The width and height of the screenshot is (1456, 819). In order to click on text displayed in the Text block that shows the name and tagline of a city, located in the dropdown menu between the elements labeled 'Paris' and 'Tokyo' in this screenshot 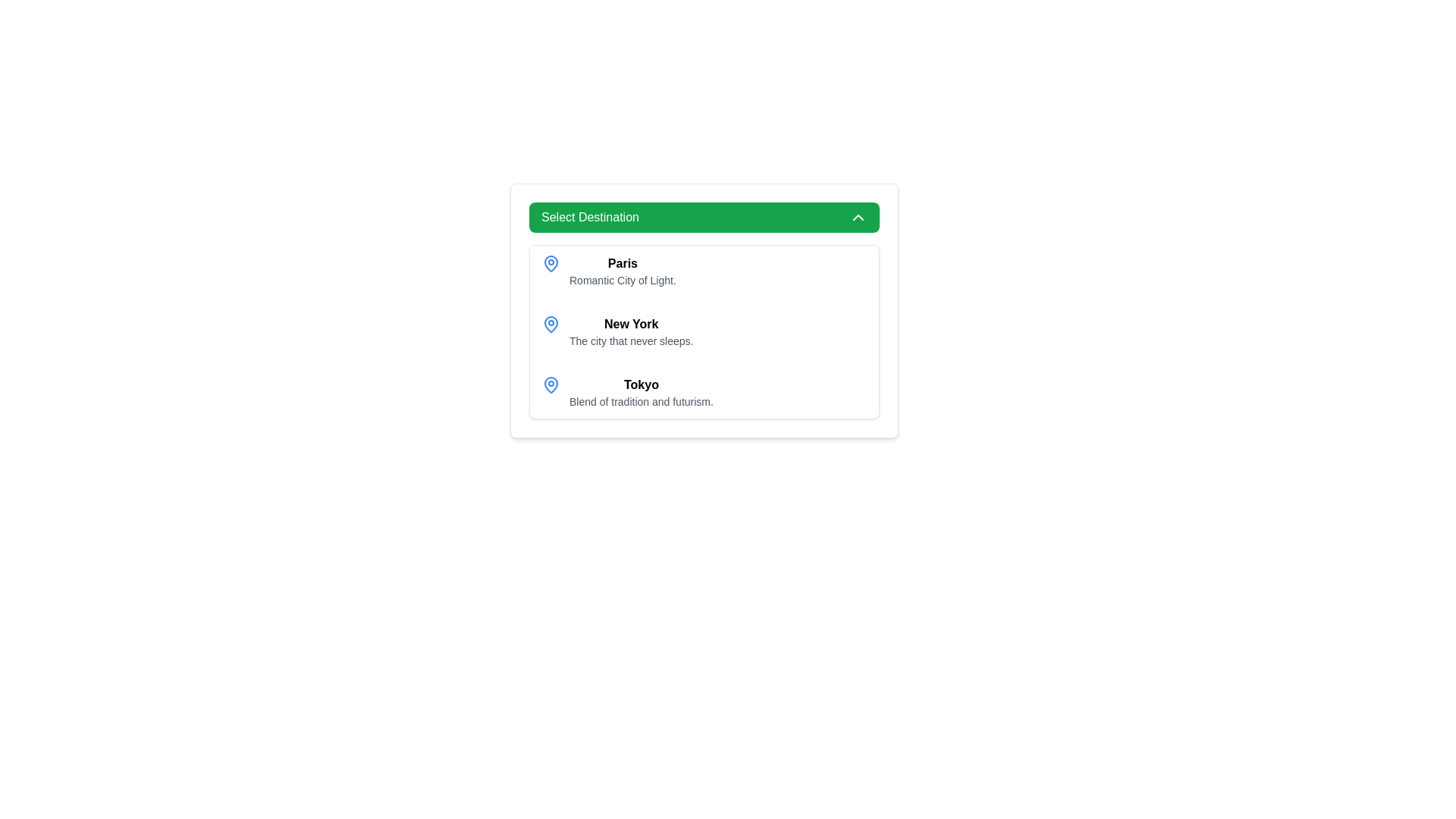, I will do `click(631, 331)`.